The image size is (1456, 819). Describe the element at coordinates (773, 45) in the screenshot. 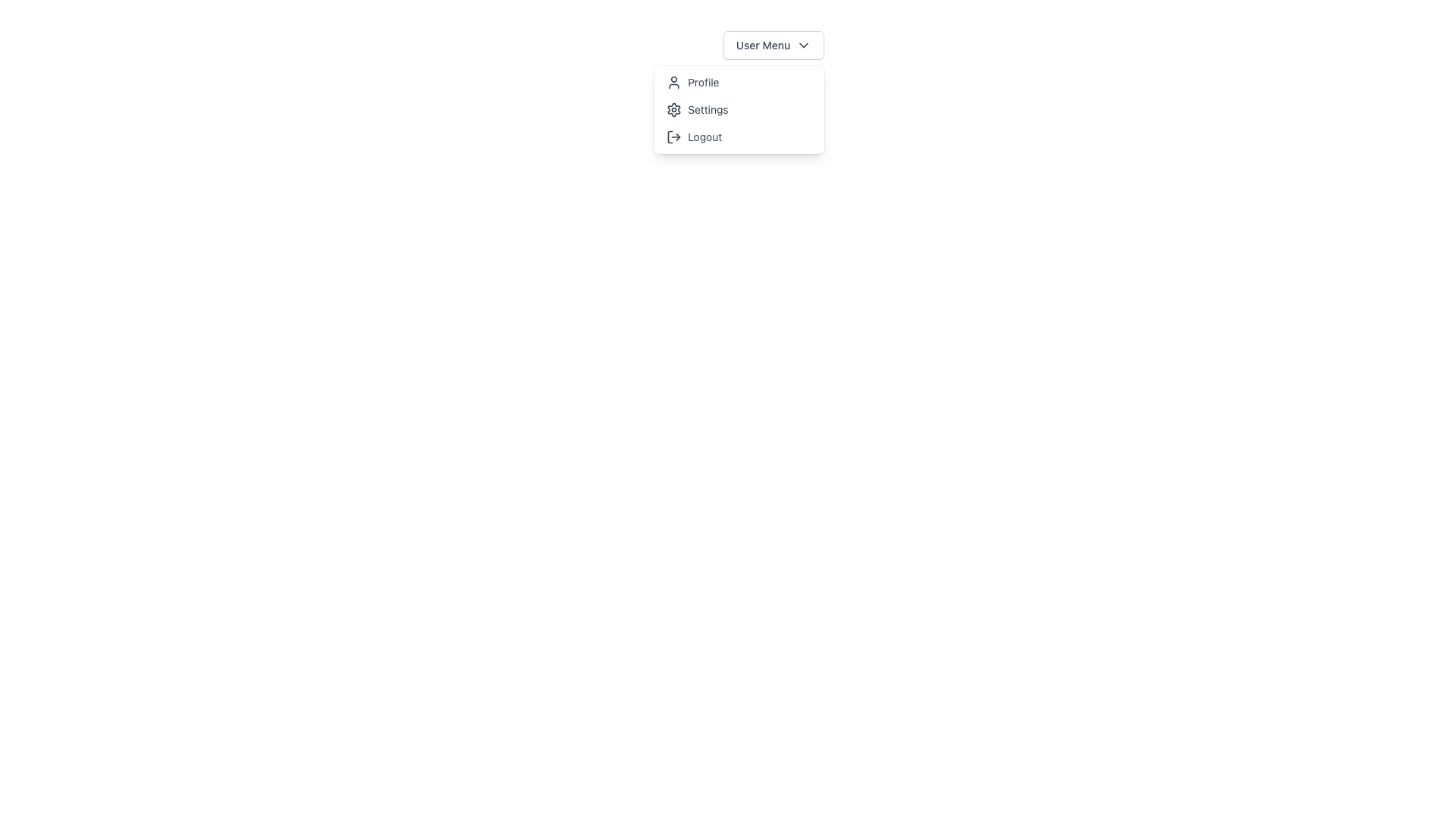

I see `the 'User Menu' dropdown toggle button` at that location.